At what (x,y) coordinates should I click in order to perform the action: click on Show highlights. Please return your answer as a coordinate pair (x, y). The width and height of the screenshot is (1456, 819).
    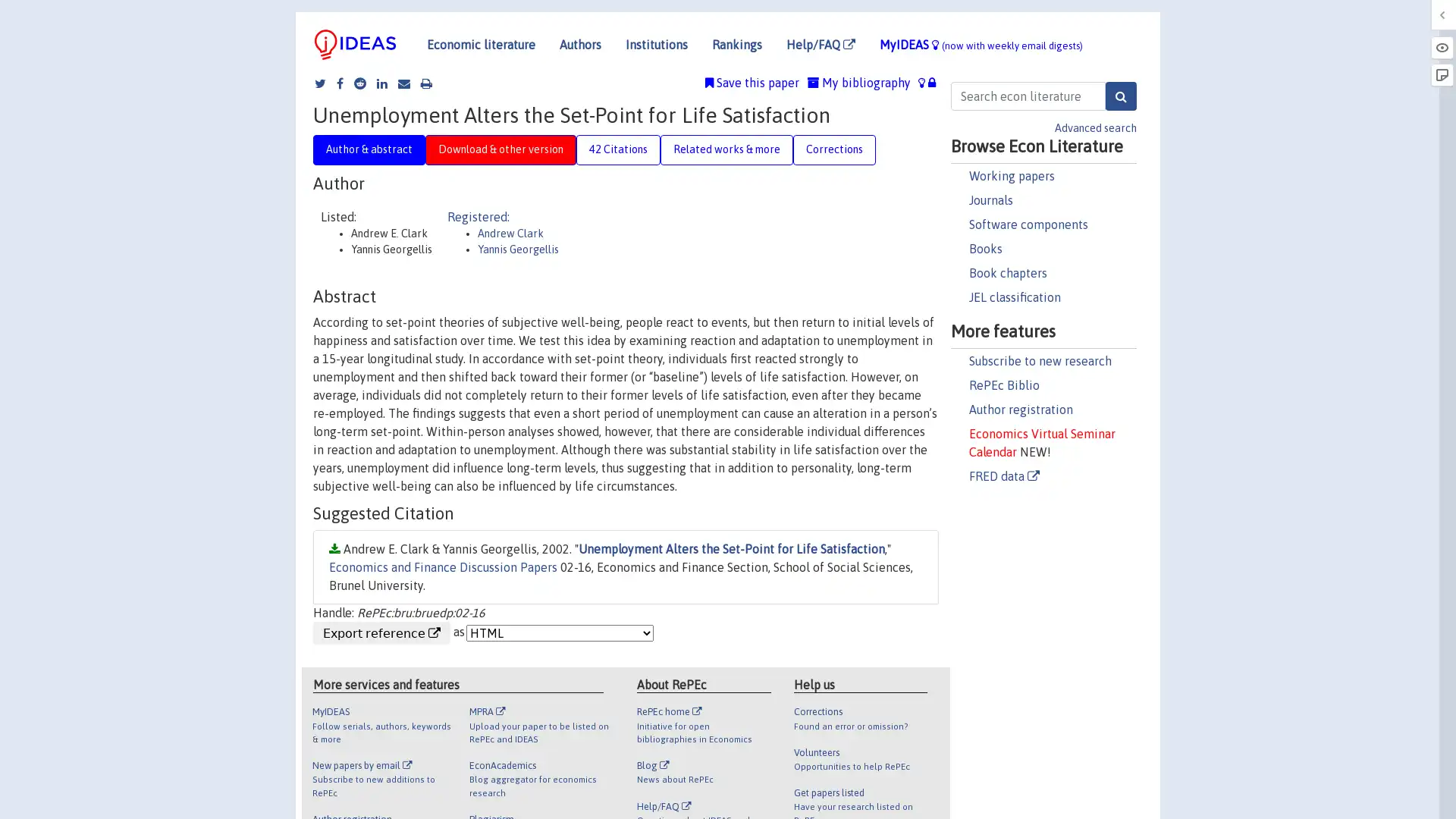
    Looking at the image, I should click on (1441, 46).